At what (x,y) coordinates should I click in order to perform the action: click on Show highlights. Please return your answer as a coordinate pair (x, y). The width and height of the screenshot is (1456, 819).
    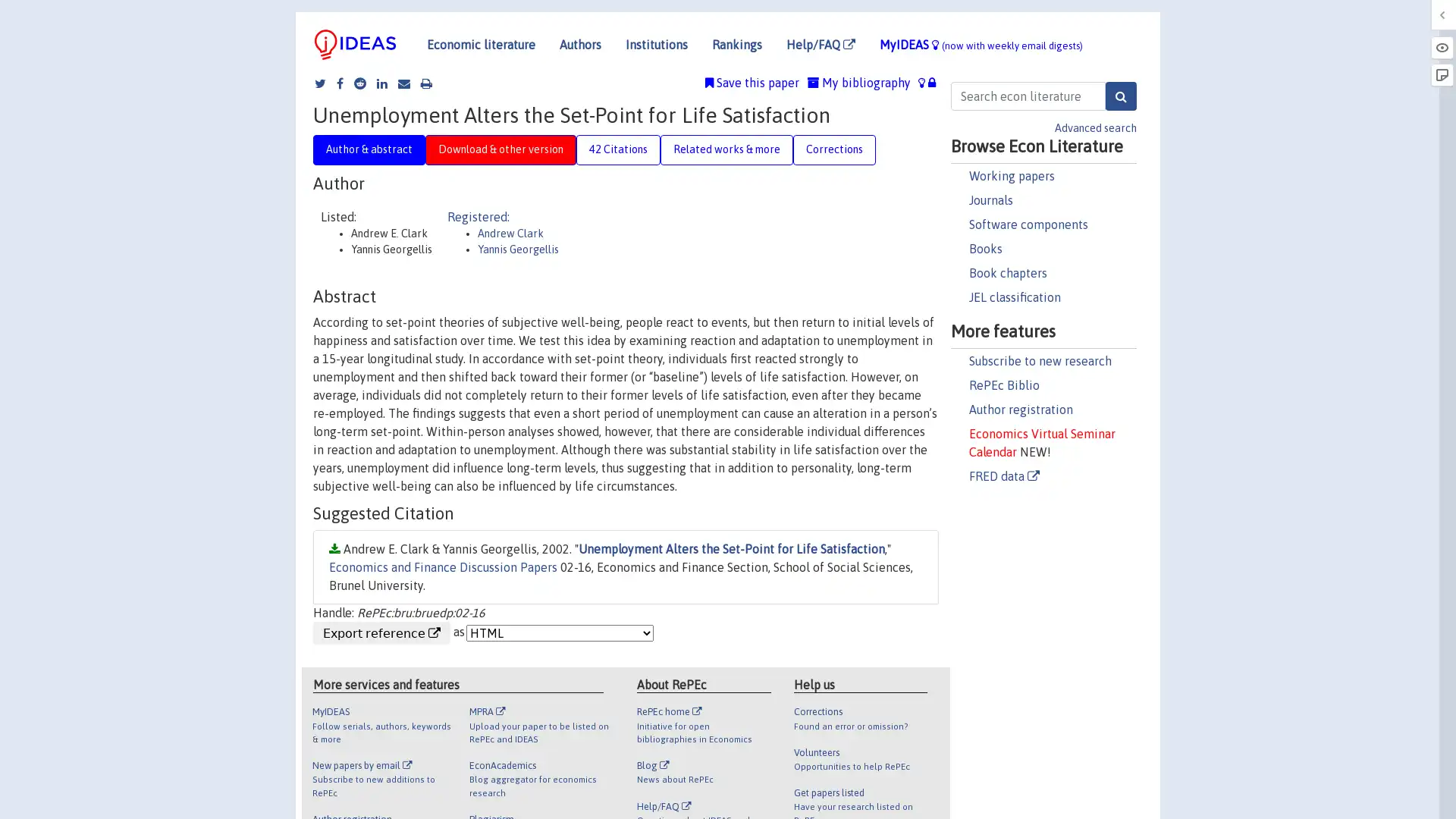
    Looking at the image, I should click on (1441, 46).